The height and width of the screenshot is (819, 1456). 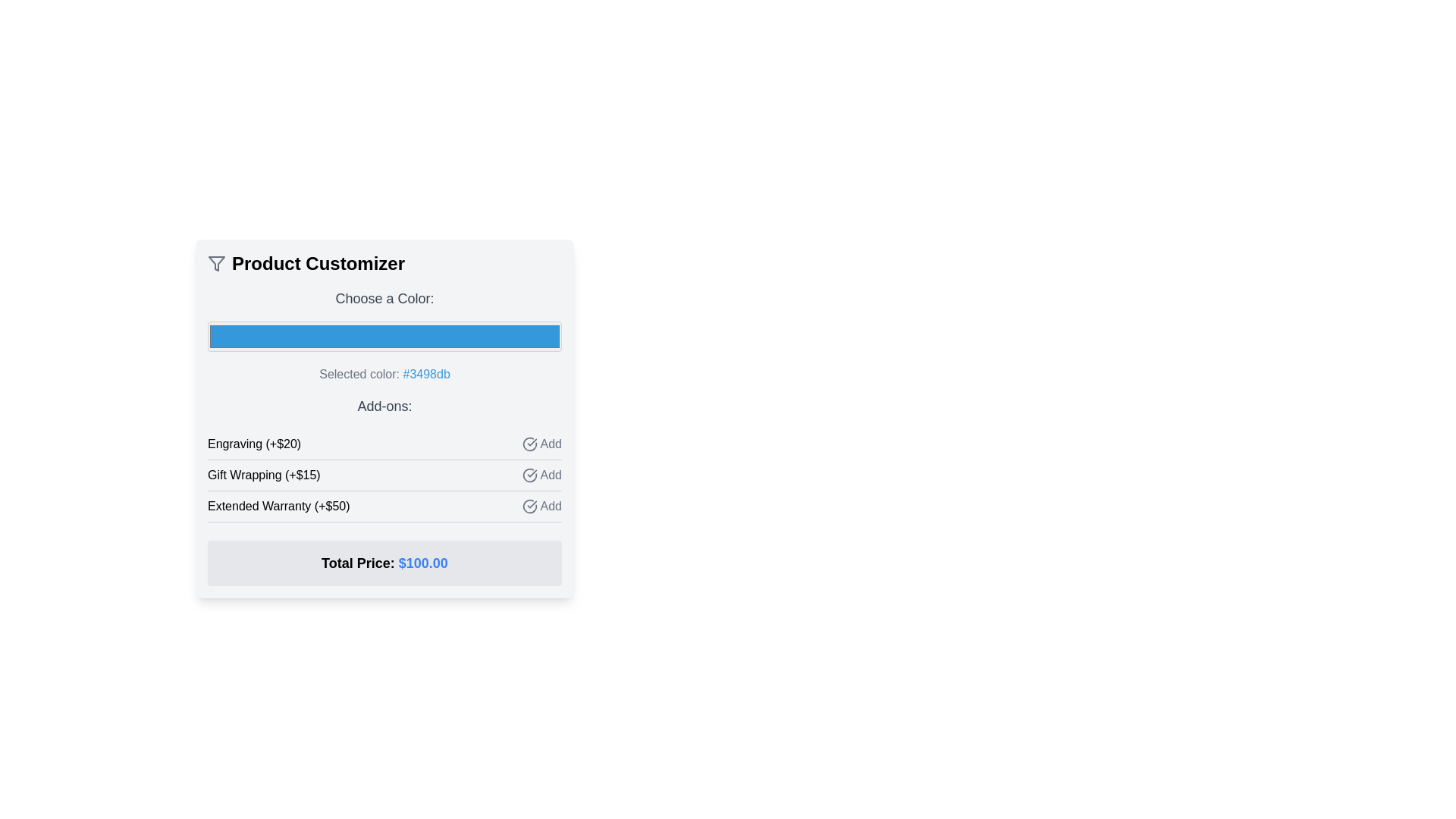 I want to click on text element displaying '$100.00' in blue, positioned to the right of 'Total Price:' in the bottom section of the interface, so click(x=423, y=563).